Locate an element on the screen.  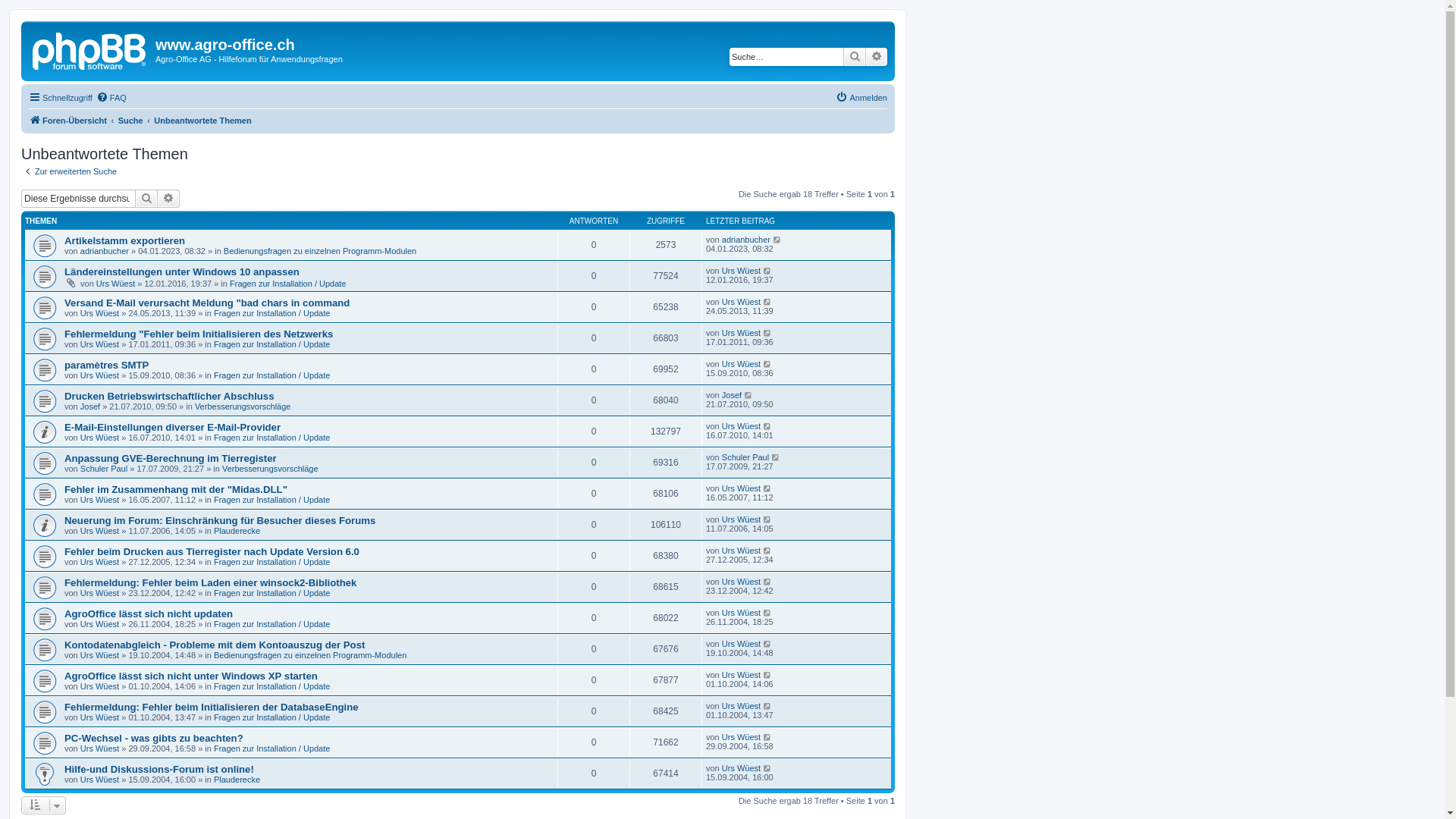
'Suche' is located at coordinates (130, 119).